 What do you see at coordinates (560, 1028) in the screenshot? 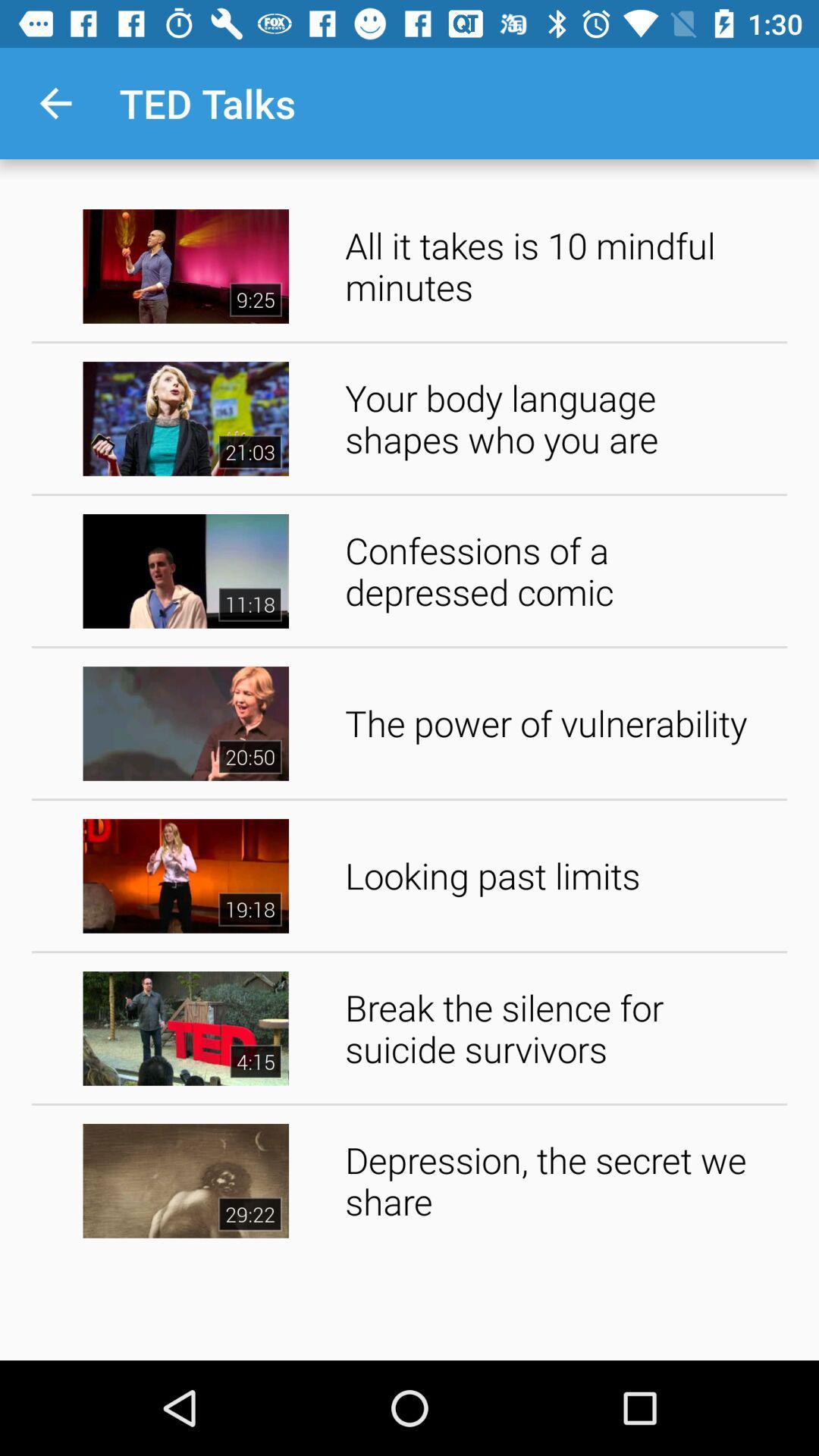
I see `the icon above the depression the secret` at bounding box center [560, 1028].